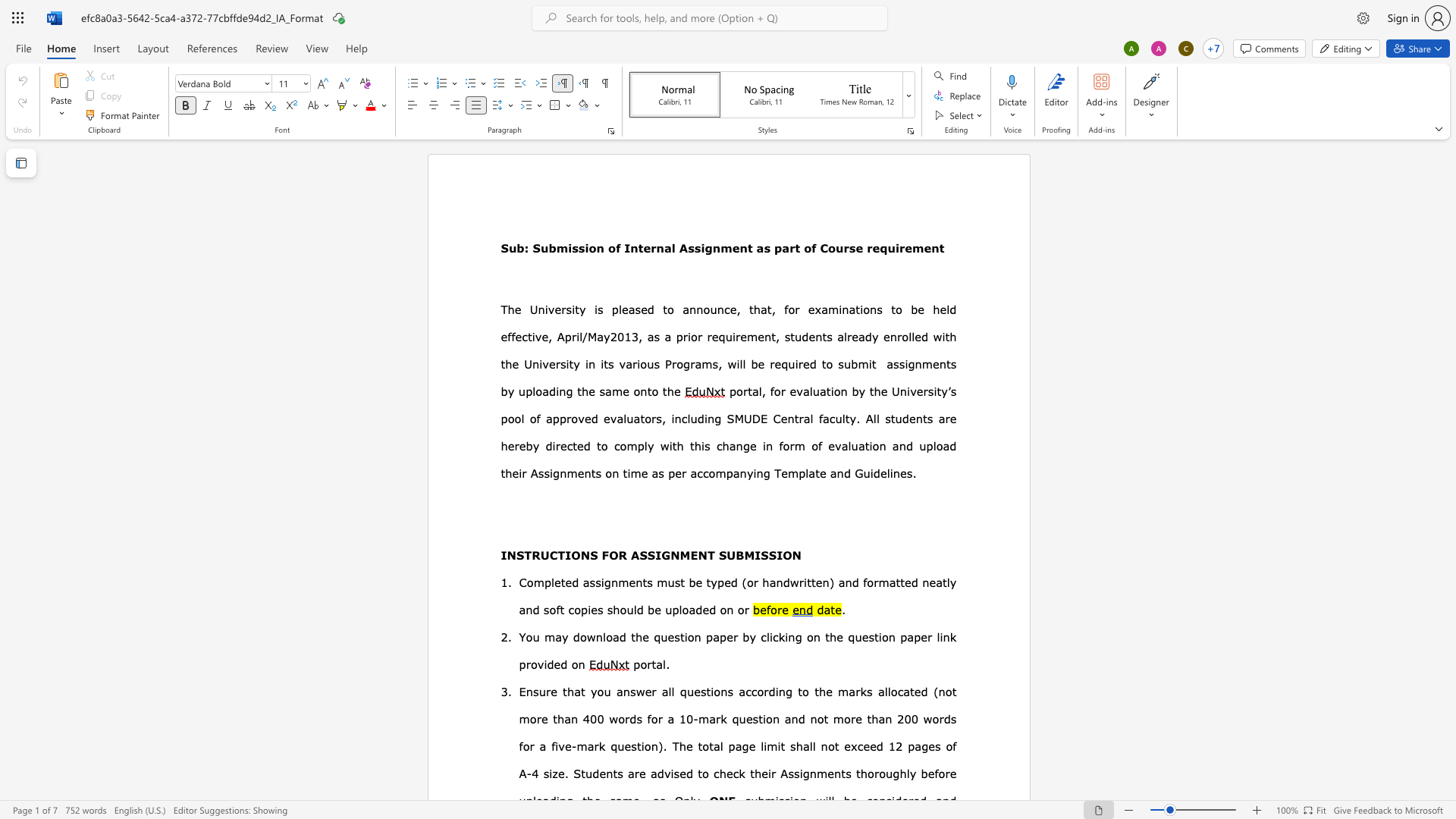  What do you see at coordinates (896, 309) in the screenshot?
I see `the space between the continuous character "t" and "o" in the text` at bounding box center [896, 309].